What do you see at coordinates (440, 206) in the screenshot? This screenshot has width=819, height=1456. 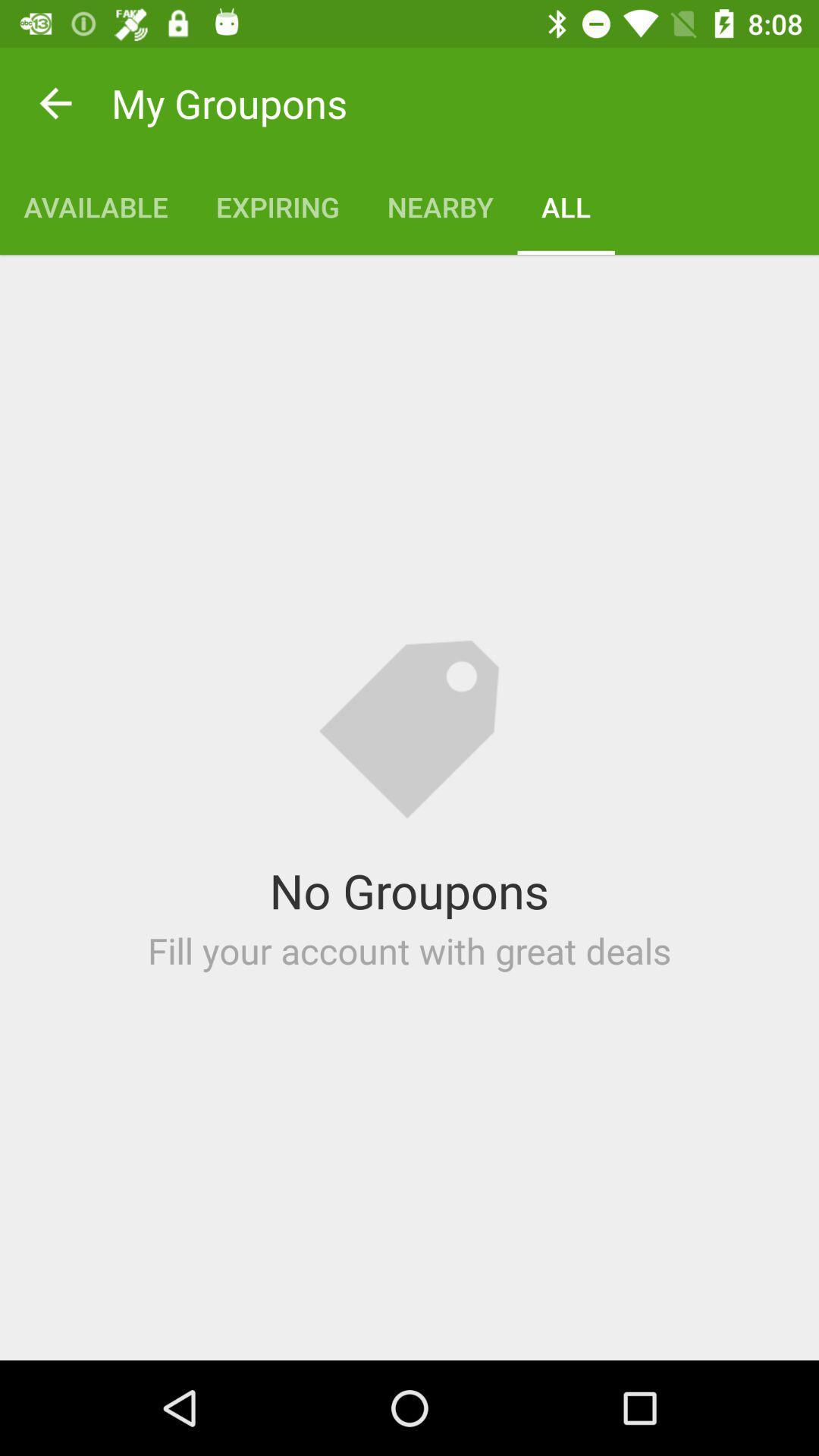 I see `icon below the my groupons icon` at bounding box center [440, 206].